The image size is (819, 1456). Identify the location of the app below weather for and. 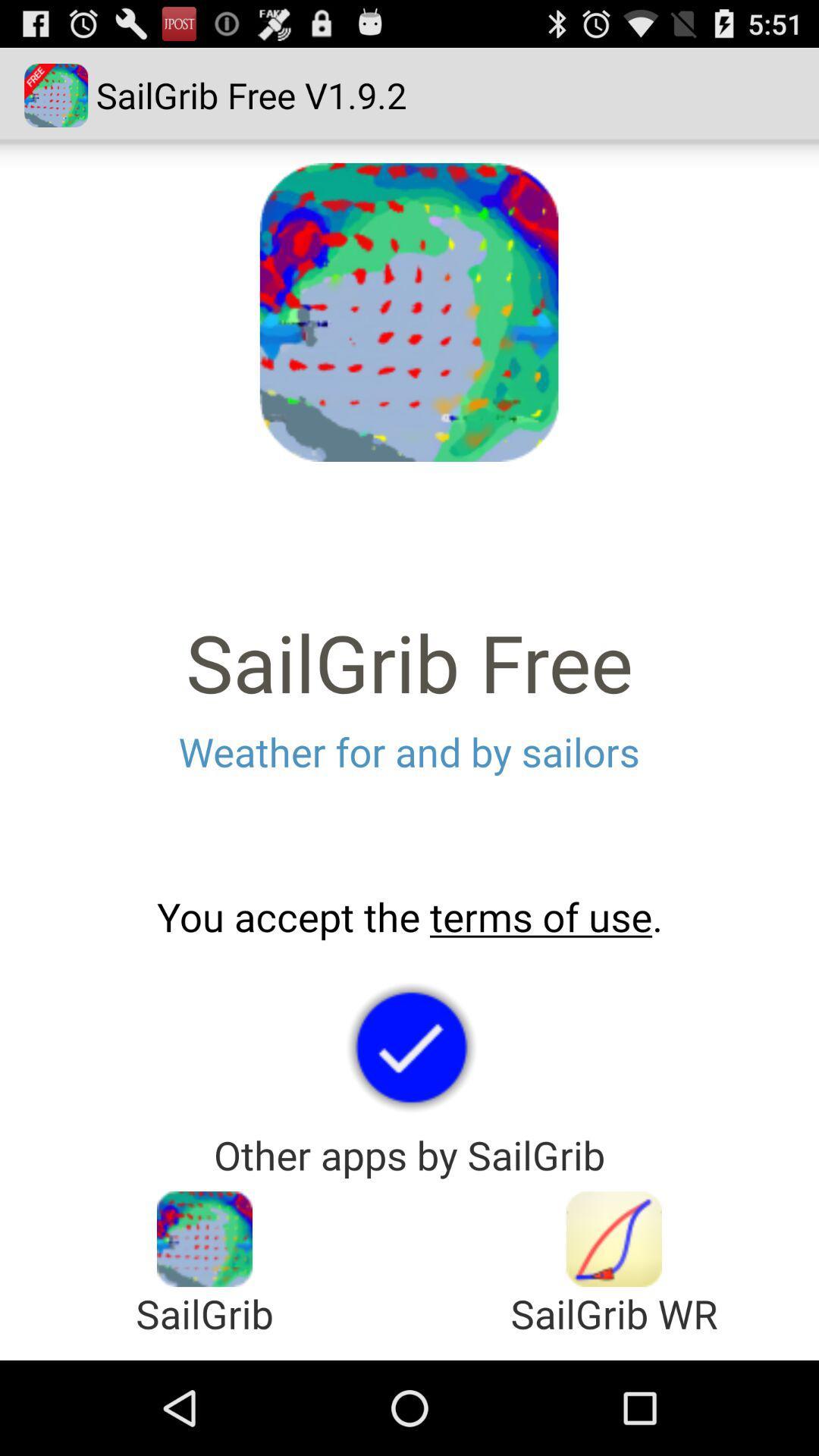
(409, 916).